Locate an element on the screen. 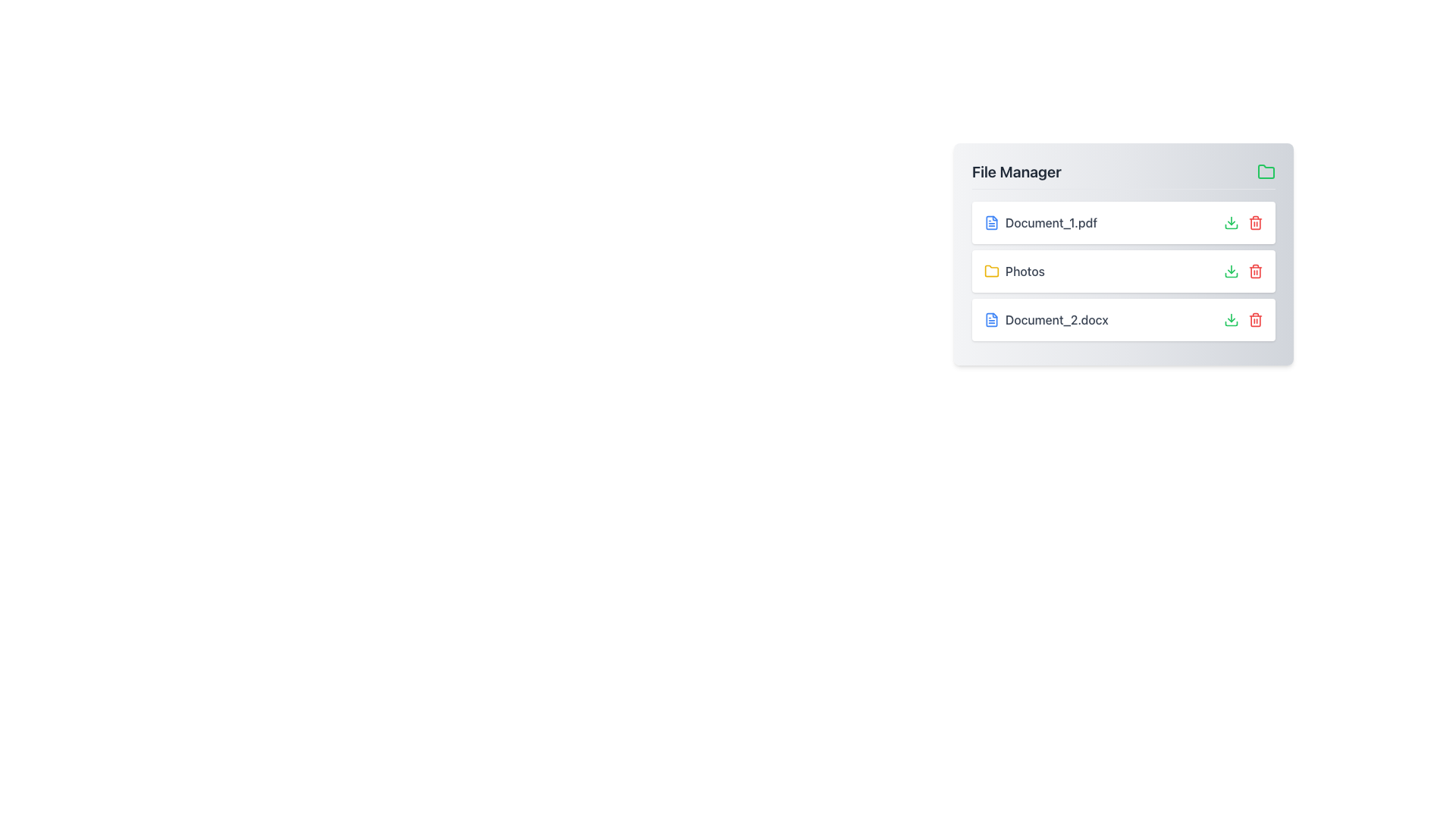 This screenshot has width=1456, height=819. the green download icon located to the right of 'Document_1.pdf' in the 'File Manager' section is located at coordinates (1231, 222).